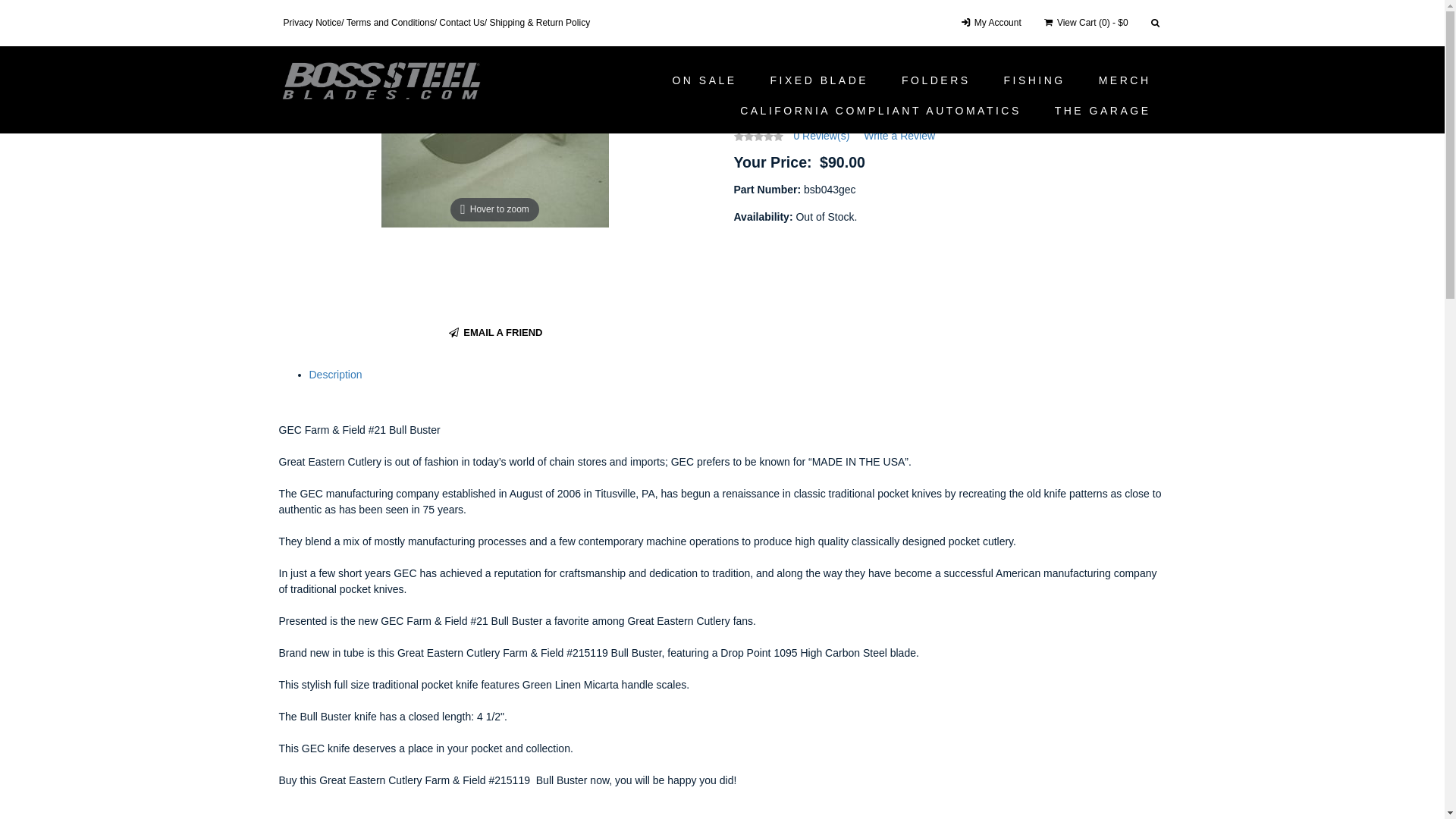 The image size is (1456, 819). Describe the element at coordinates (446, 332) in the screenshot. I see `'EMAIL A FRIEND'` at that location.